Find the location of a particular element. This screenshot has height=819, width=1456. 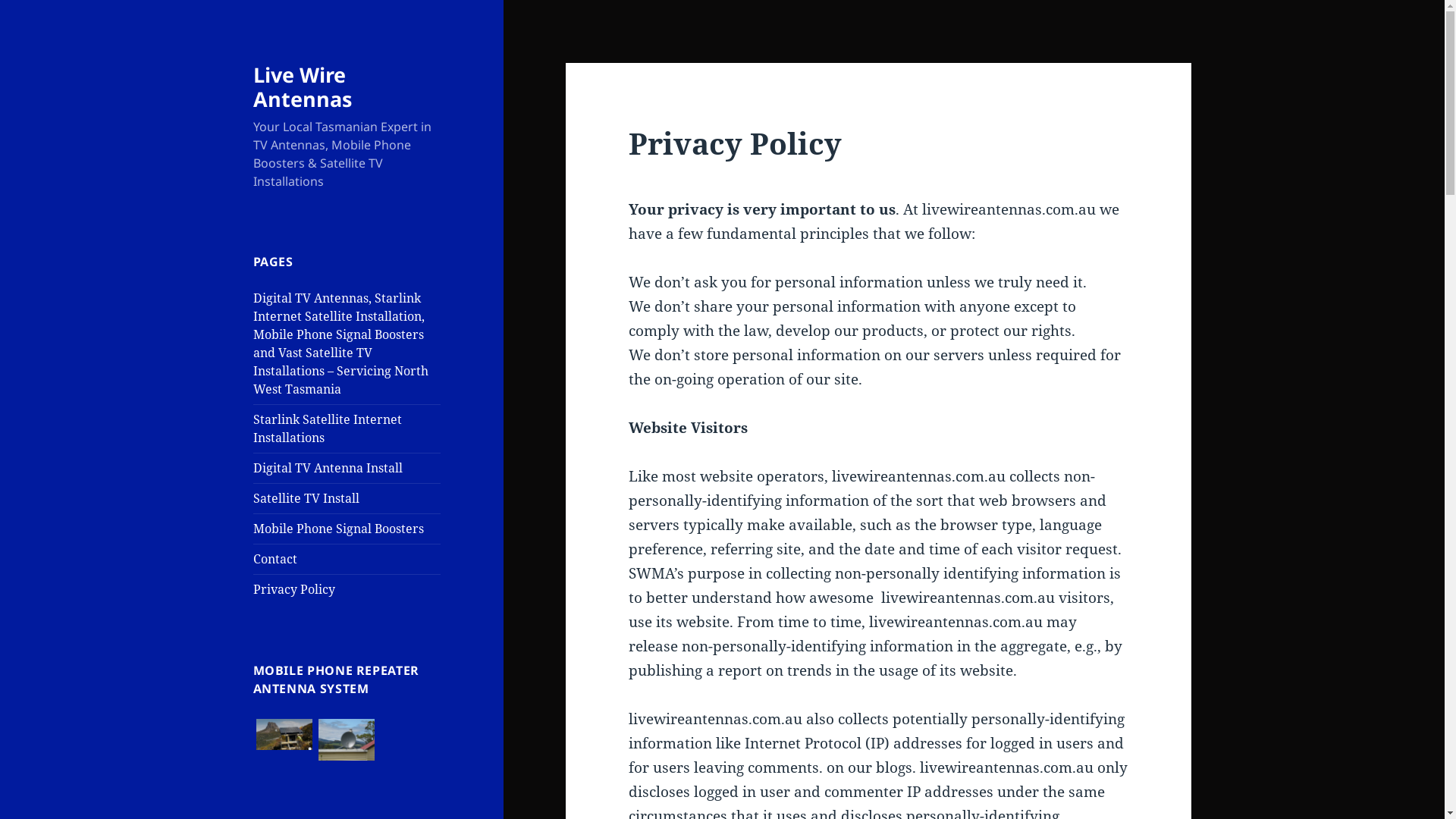

'Privacy Policy' is located at coordinates (294, 588).